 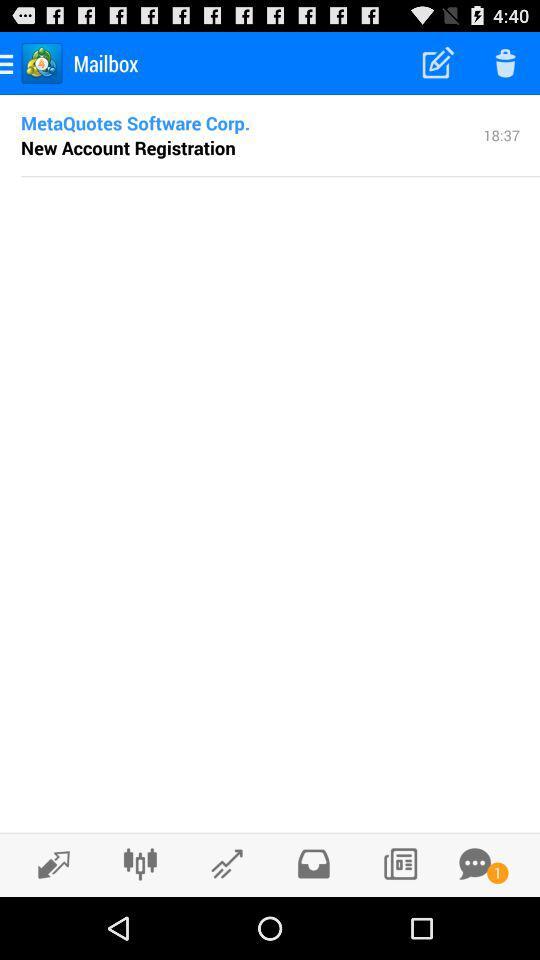 What do you see at coordinates (500, 133) in the screenshot?
I see `the 18:37 icon` at bounding box center [500, 133].